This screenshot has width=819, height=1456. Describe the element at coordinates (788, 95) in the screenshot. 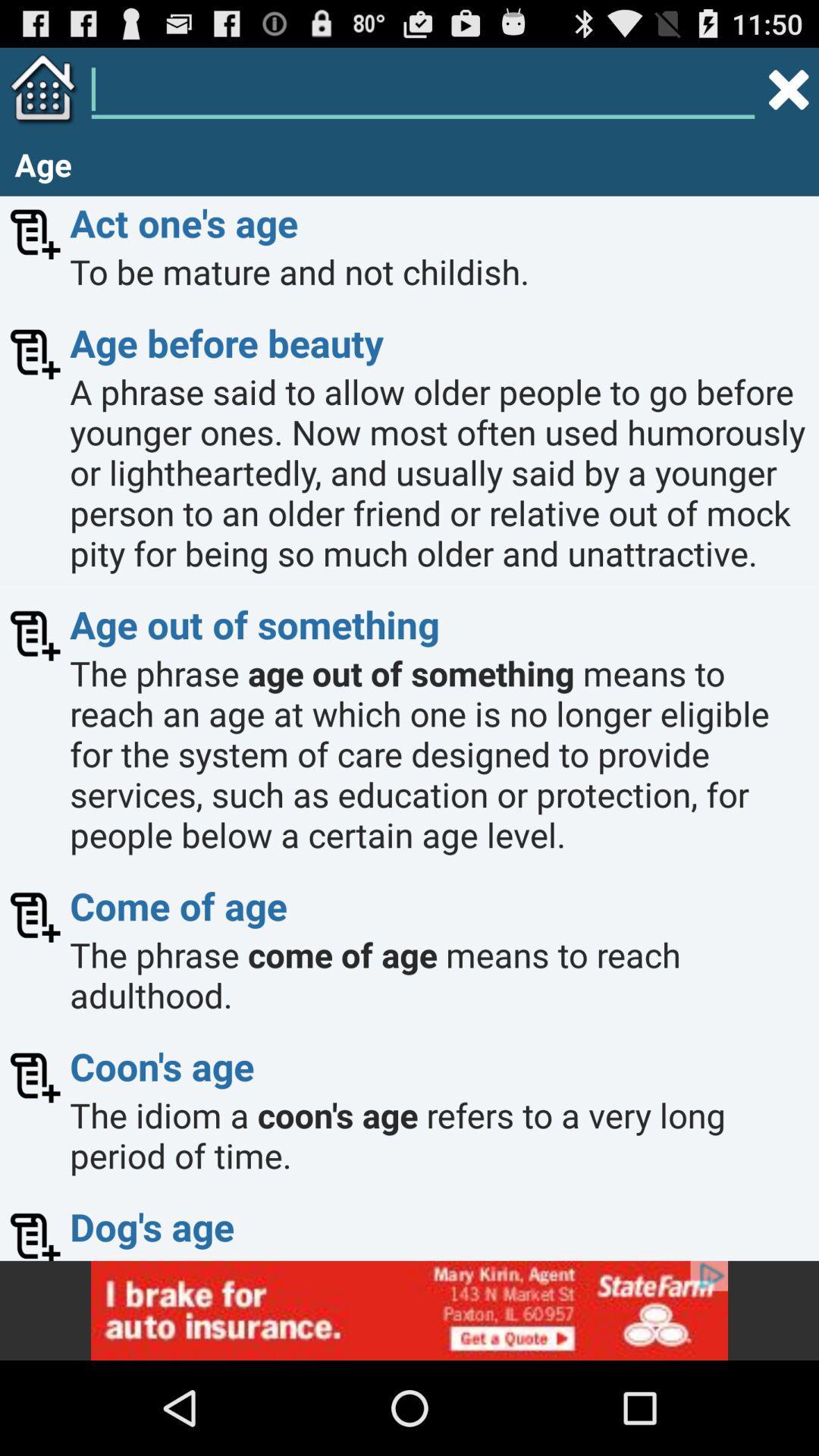

I see `the close icon` at that location.